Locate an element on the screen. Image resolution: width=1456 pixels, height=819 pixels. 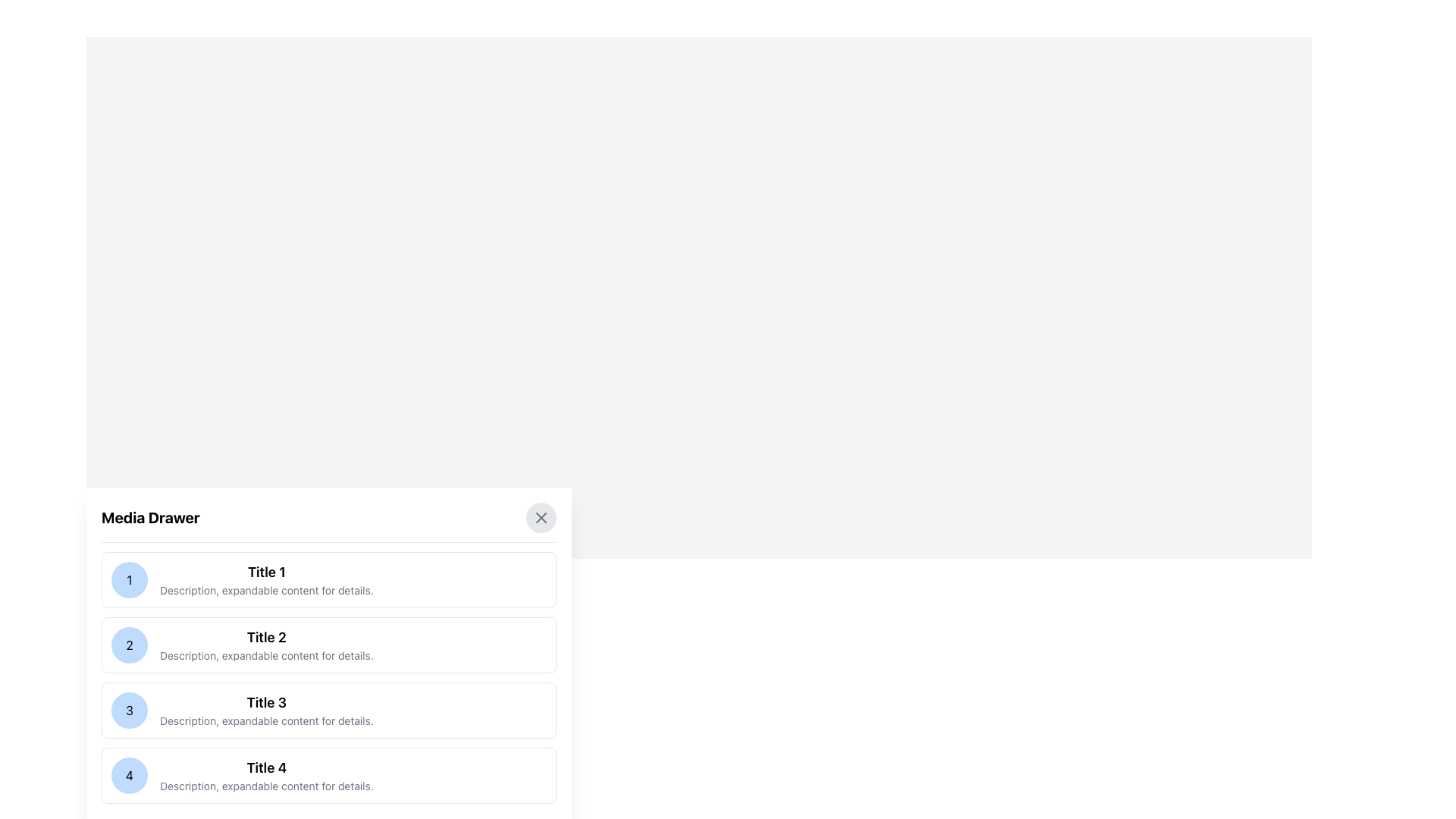
the descriptive text label that provides additional information about the list item, located below 'Title 1' in the first entry of a vertical list is located at coordinates (266, 590).